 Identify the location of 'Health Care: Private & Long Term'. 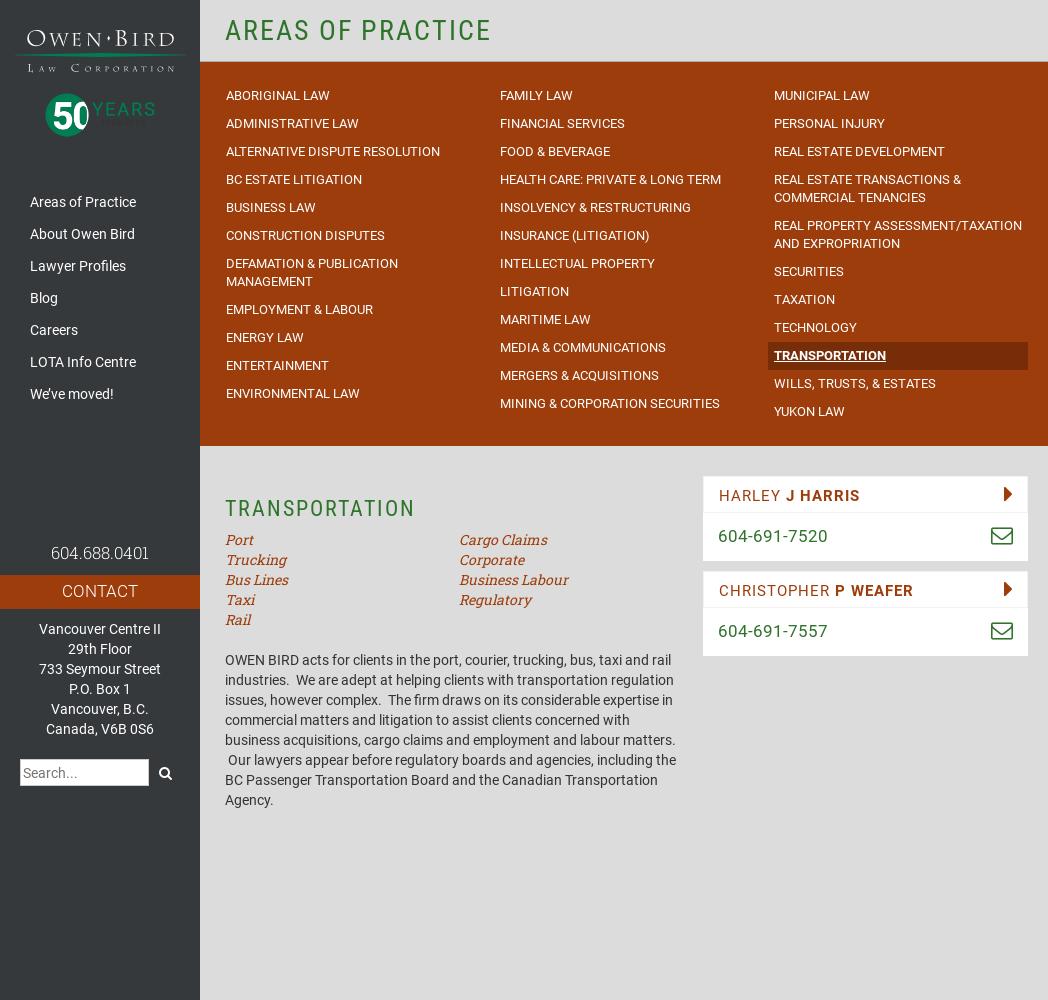
(500, 178).